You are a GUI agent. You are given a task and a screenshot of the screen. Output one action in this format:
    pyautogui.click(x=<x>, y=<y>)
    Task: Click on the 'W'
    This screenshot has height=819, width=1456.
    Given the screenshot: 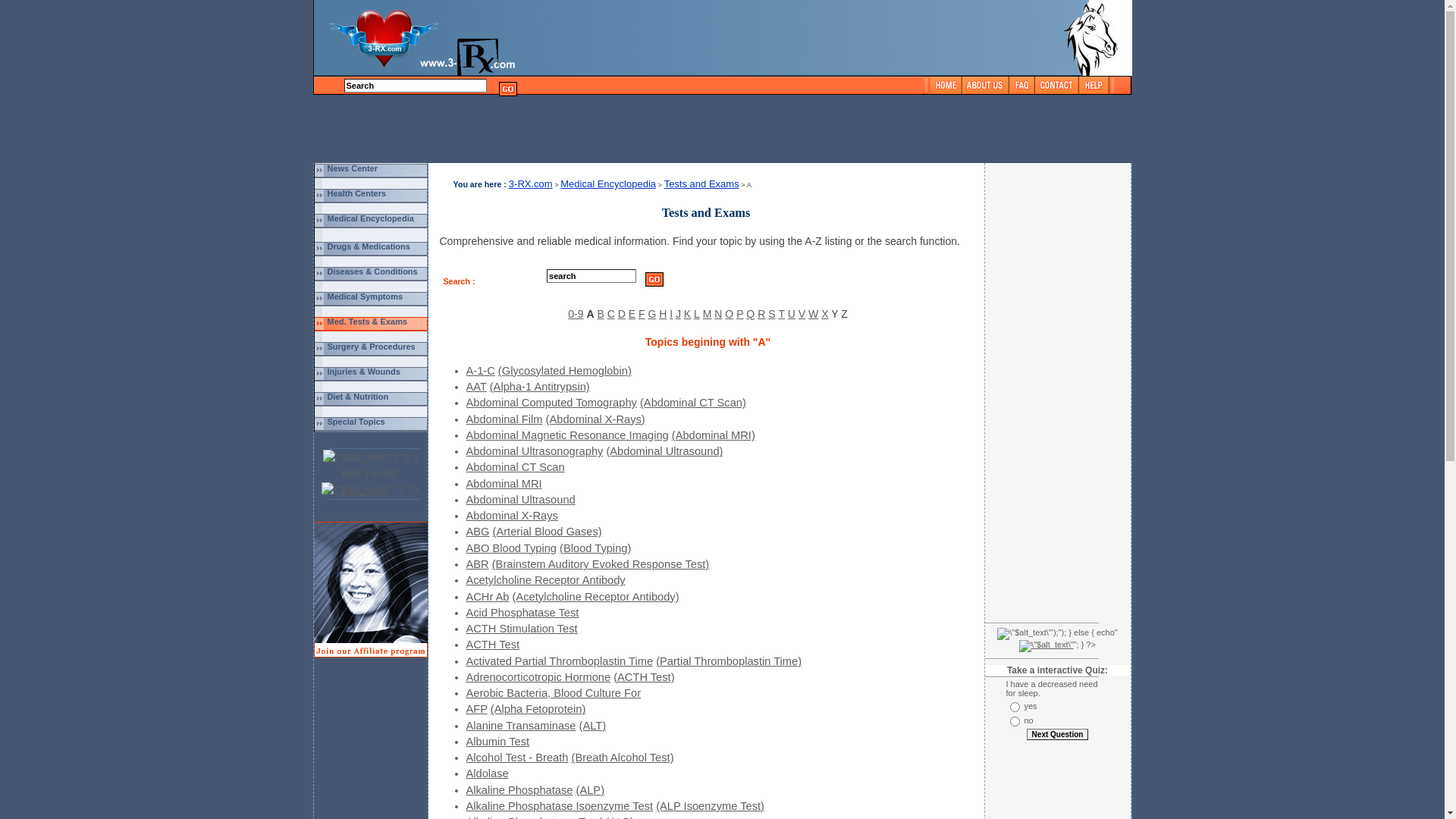 What is the action you would take?
    pyautogui.click(x=812, y=312)
    